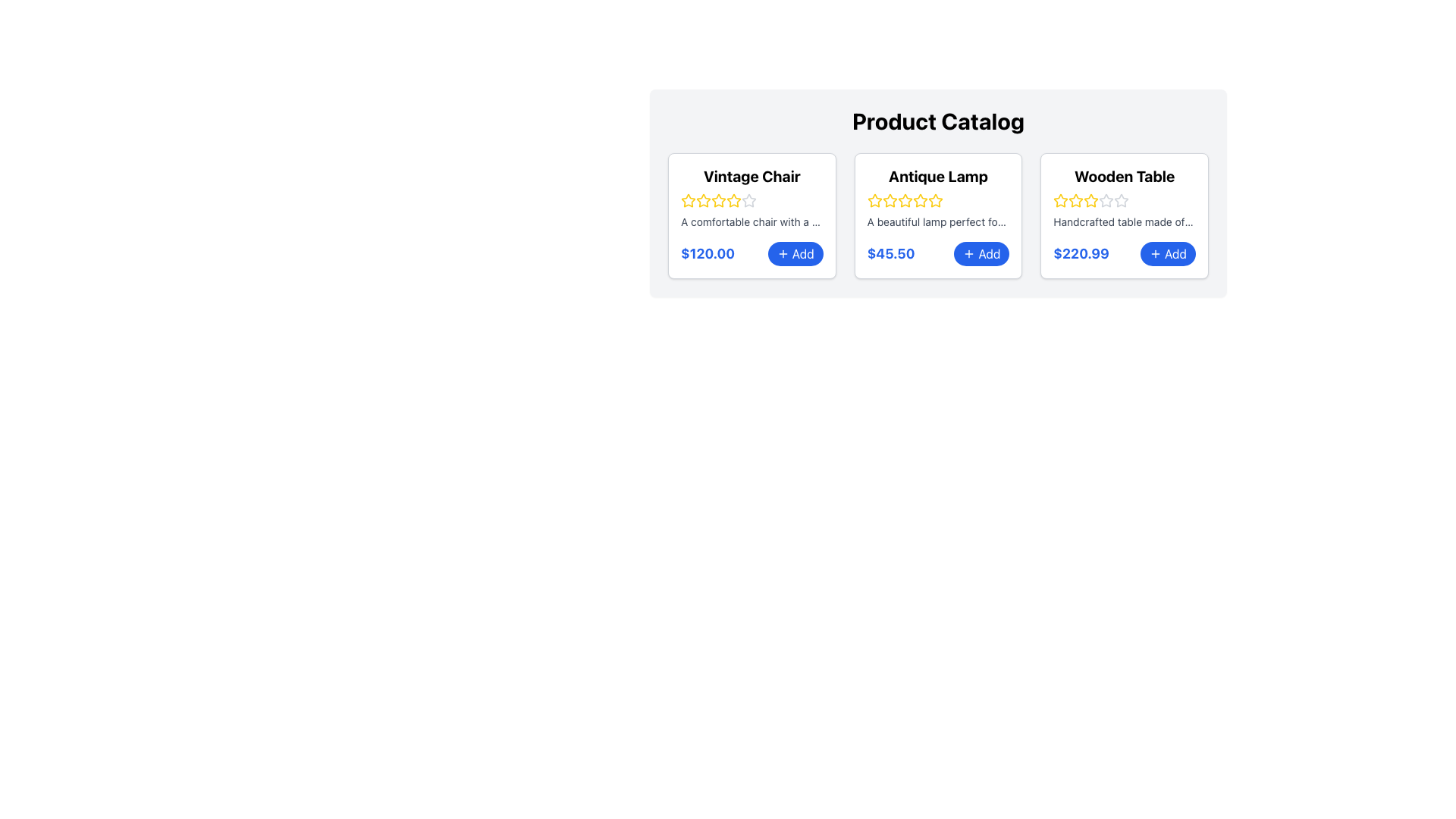 Image resolution: width=1456 pixels, height=819 pixels. Describe the element at coordinates (890, 199) in the screenshot. I see `the second star-shaped icon with a yellow outline in the rating system for the 'Antique Lamp' product` at that location.